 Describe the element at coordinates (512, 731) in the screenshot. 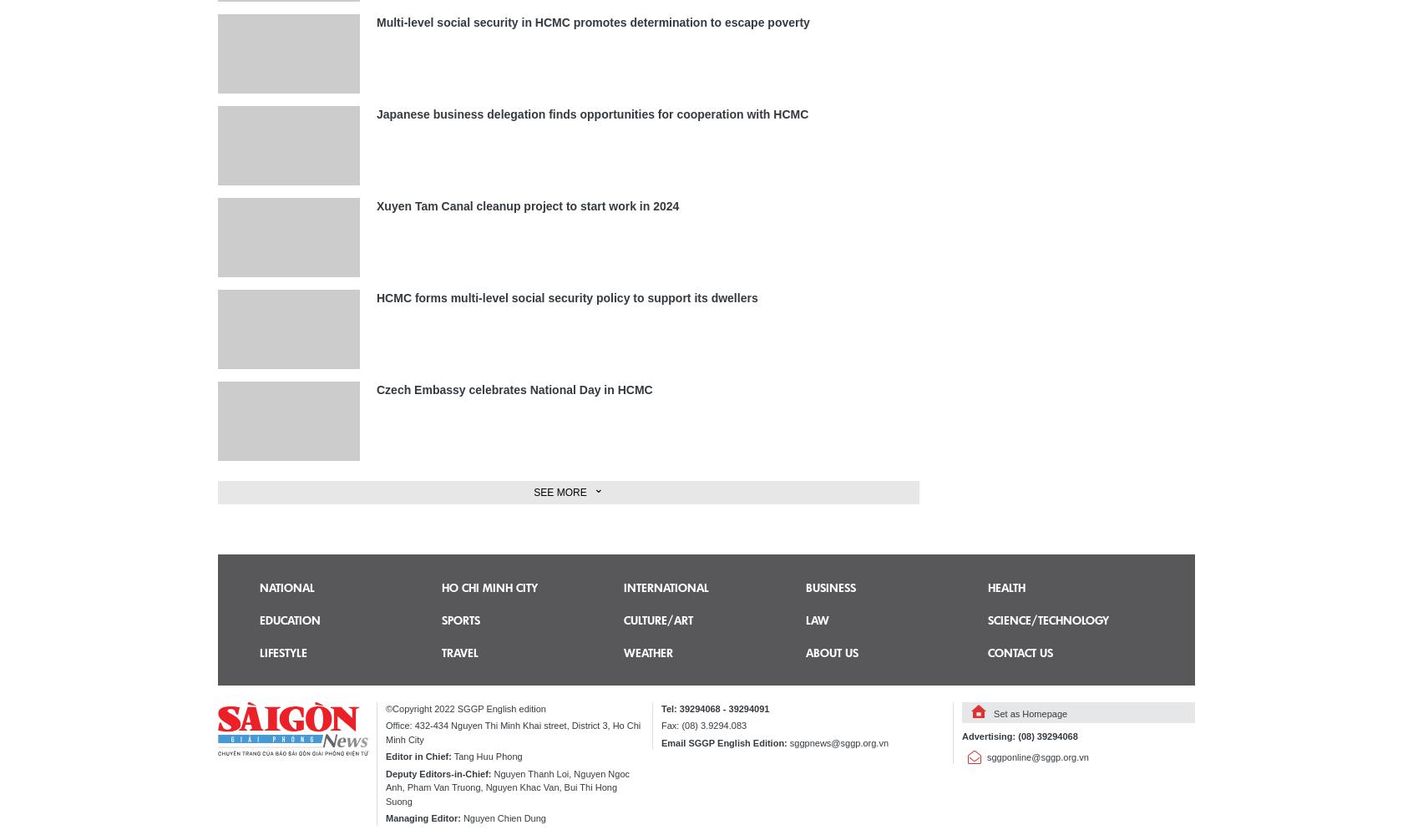

I see `'Office: 432-434 Nguyen Thi Minh Khai street, District 3, Ho Chi Minh City'` at that location.